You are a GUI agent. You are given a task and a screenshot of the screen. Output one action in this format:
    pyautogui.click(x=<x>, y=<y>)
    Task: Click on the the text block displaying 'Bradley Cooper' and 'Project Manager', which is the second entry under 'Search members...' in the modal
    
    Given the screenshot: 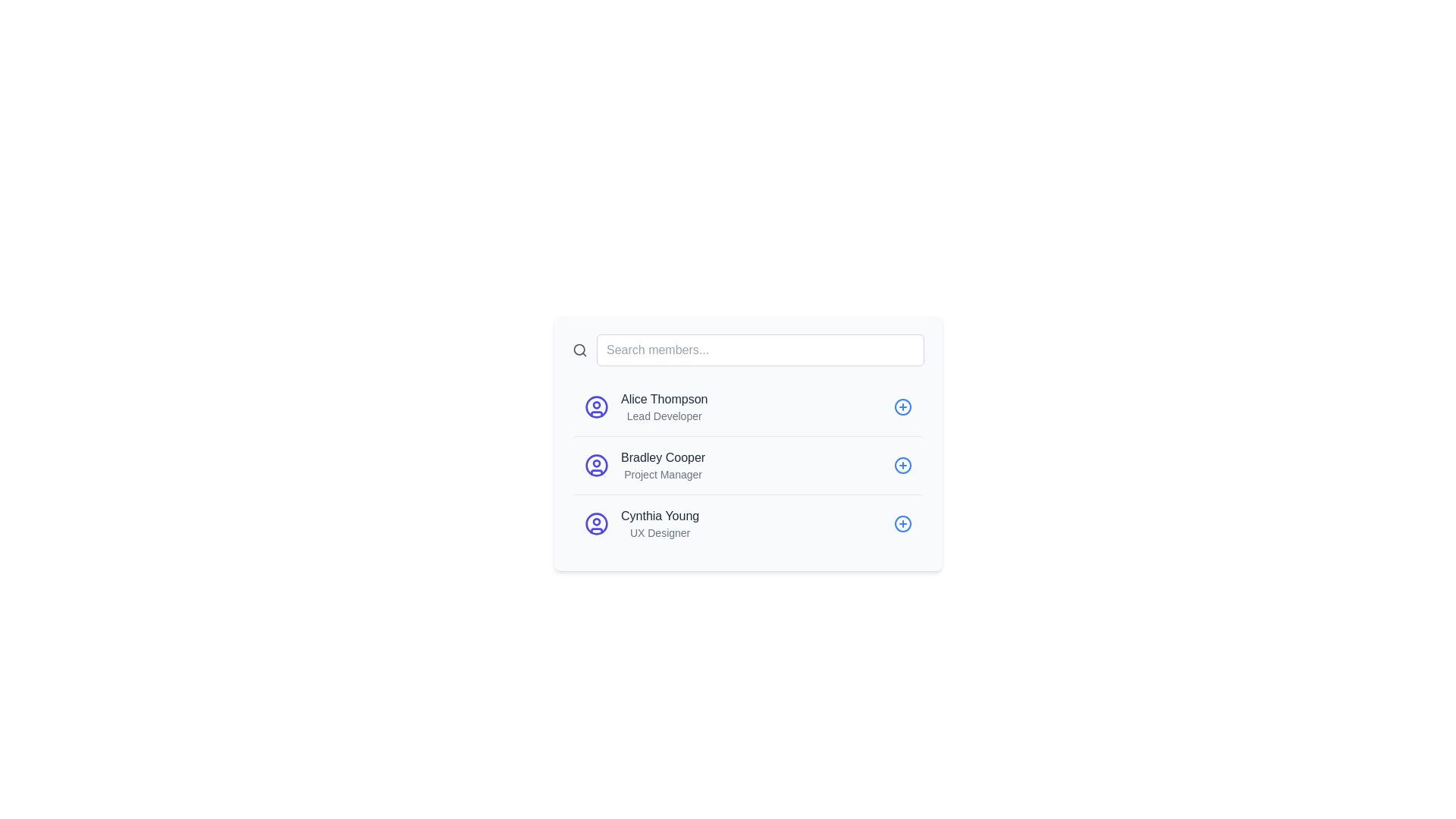 What is the action you would take?
    pyautogui.click(x=663, y=464)
    